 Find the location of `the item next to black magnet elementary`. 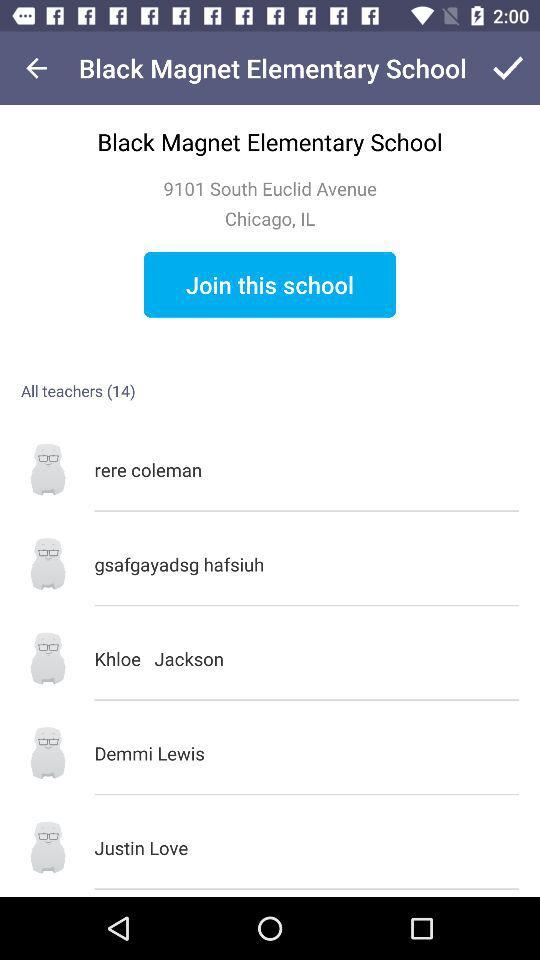

the item next to black magnet elementary is located at coordinates (36, 68).